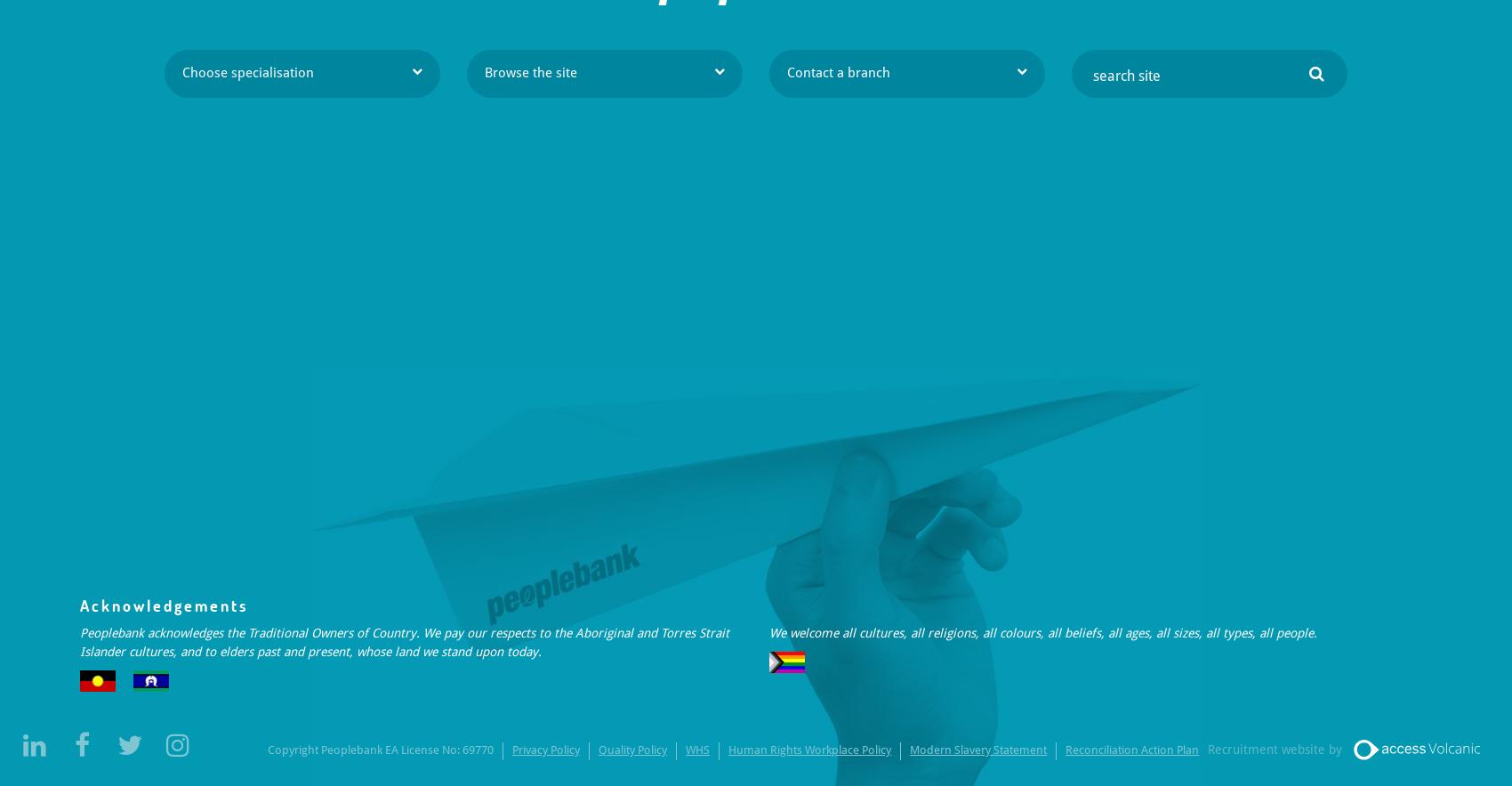 The width and height of the screenshot is (1512, 786). What do you see at coordinates (838, 73) in the screenshot?
I see `'Contact a branch'` at bounding box center [838, 73].